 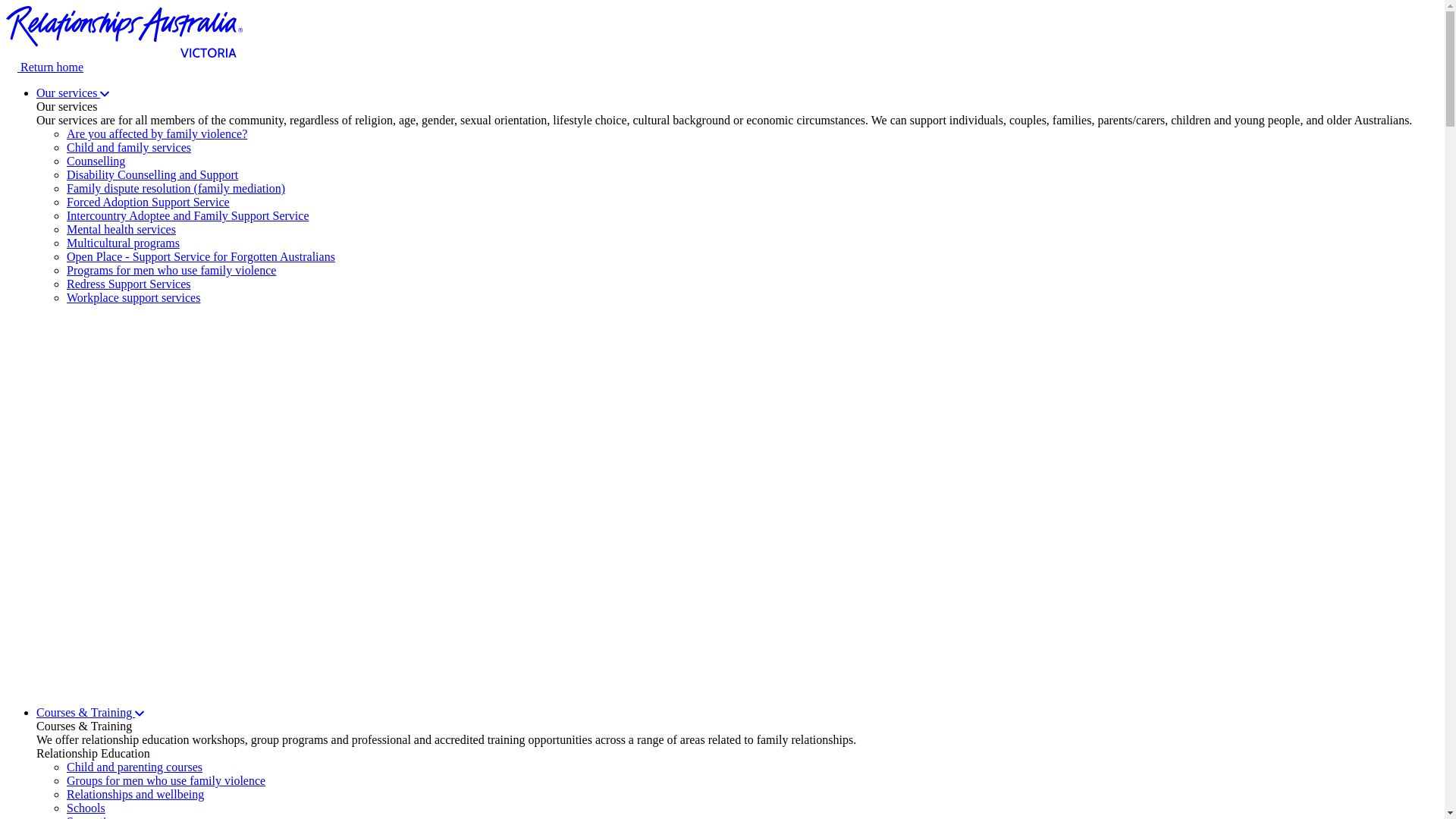 I want to click on 'Child and family services', so click(x=128, y=147).